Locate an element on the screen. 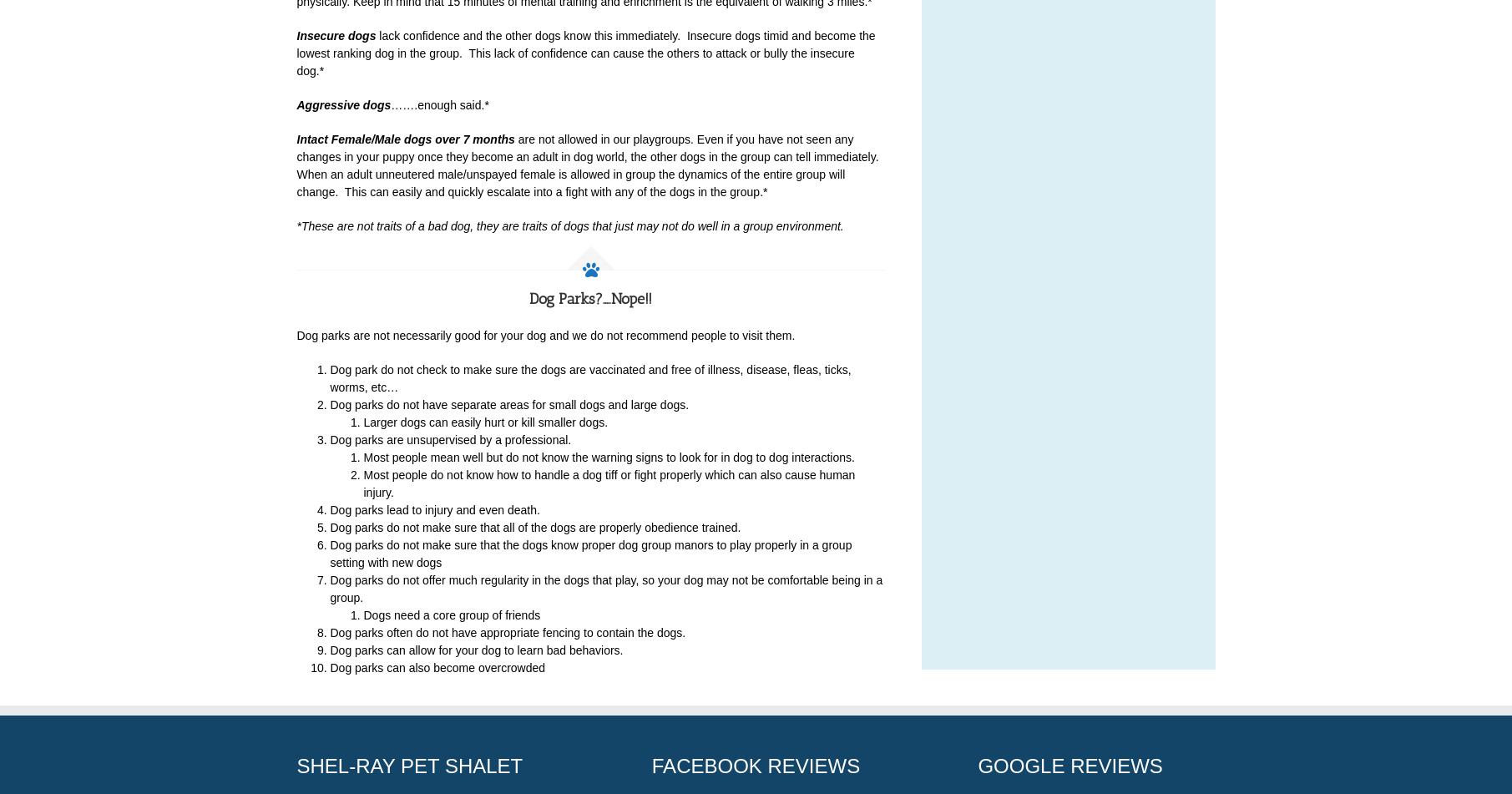 This screenshot has height=794, width=1512. 'Most people do not know how to handle a dog tiff or fight properly which can also cause human injury.' is located at coordinates (608, 483).